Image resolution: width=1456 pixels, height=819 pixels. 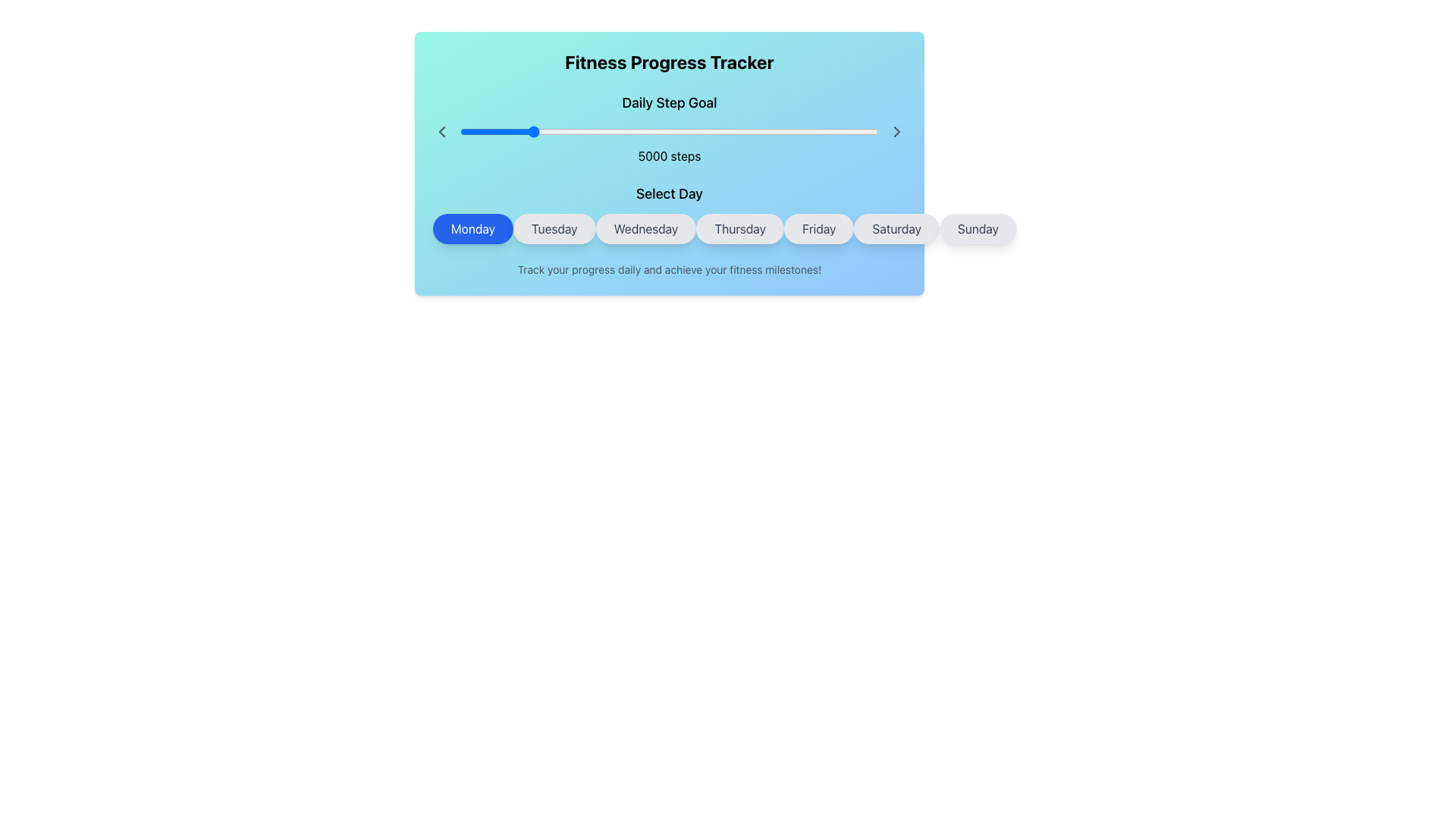 I want to click on the Text Label providing motivational messages located in the footer of the 'Fitness Progress Tracker' section, positioned below the 'Select Day' section, so click(x=669, y=268).